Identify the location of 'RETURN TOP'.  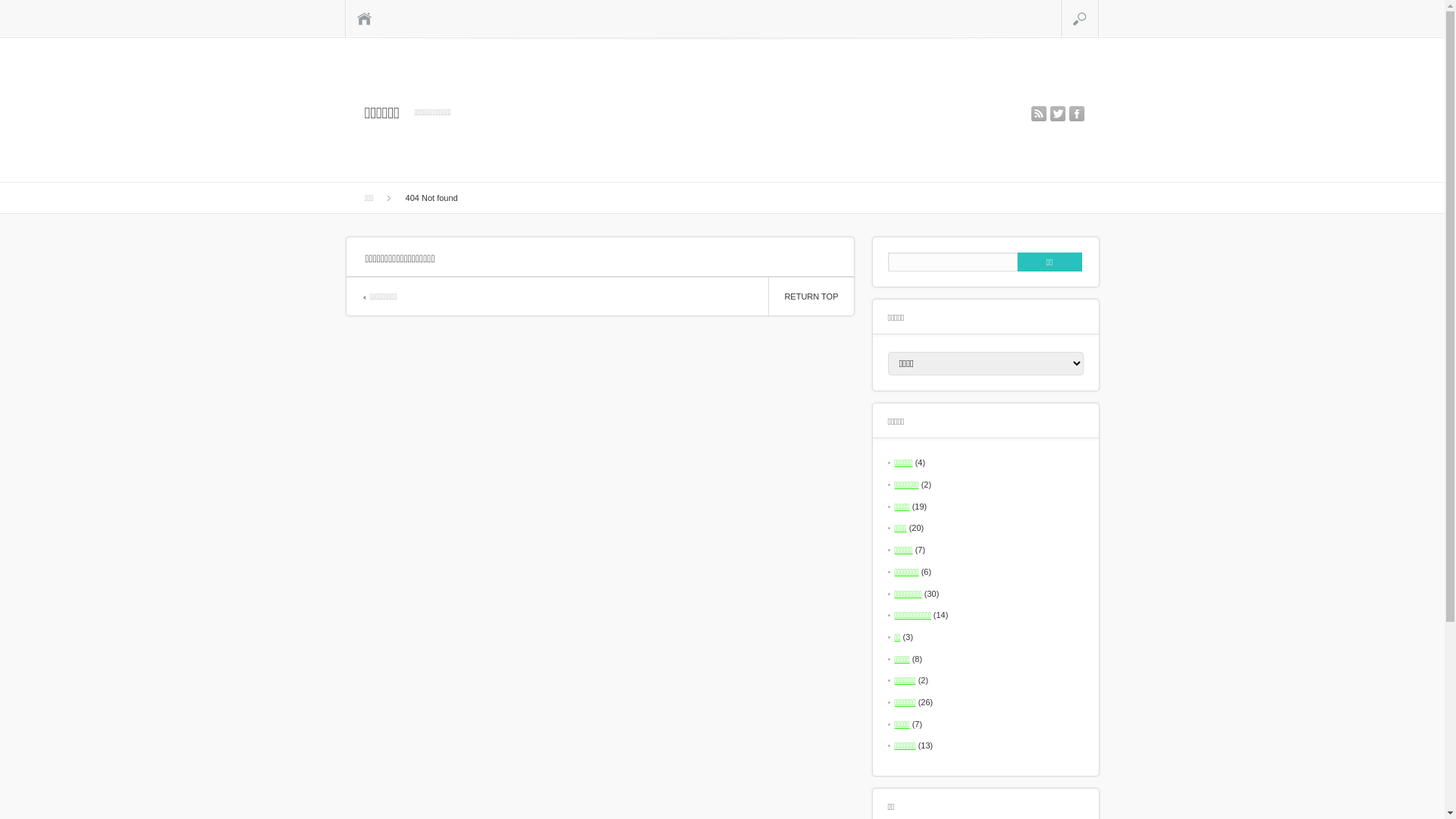
(810, 296).